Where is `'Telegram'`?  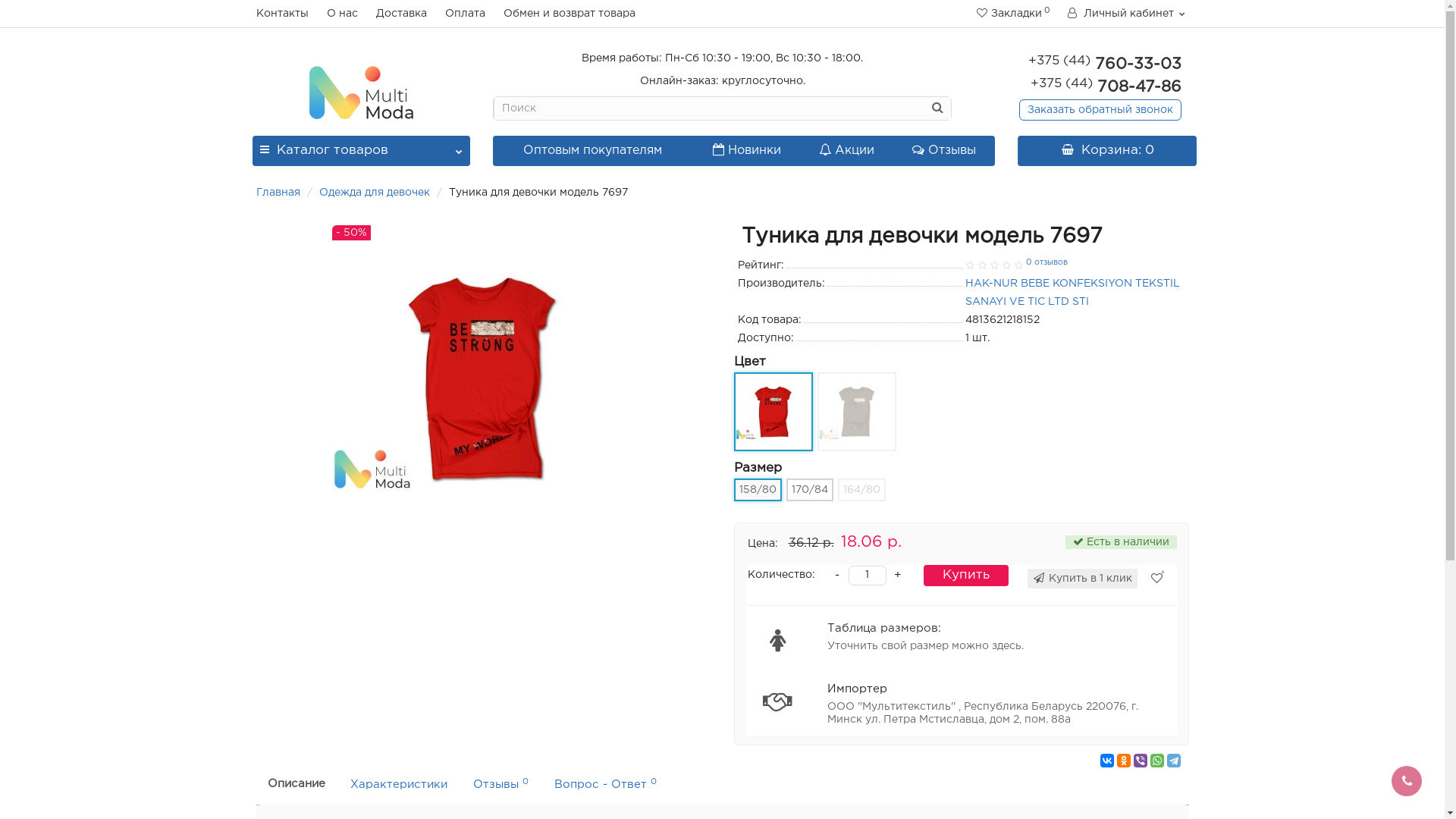 'Telegram' is located at coordinates (1172, 760).